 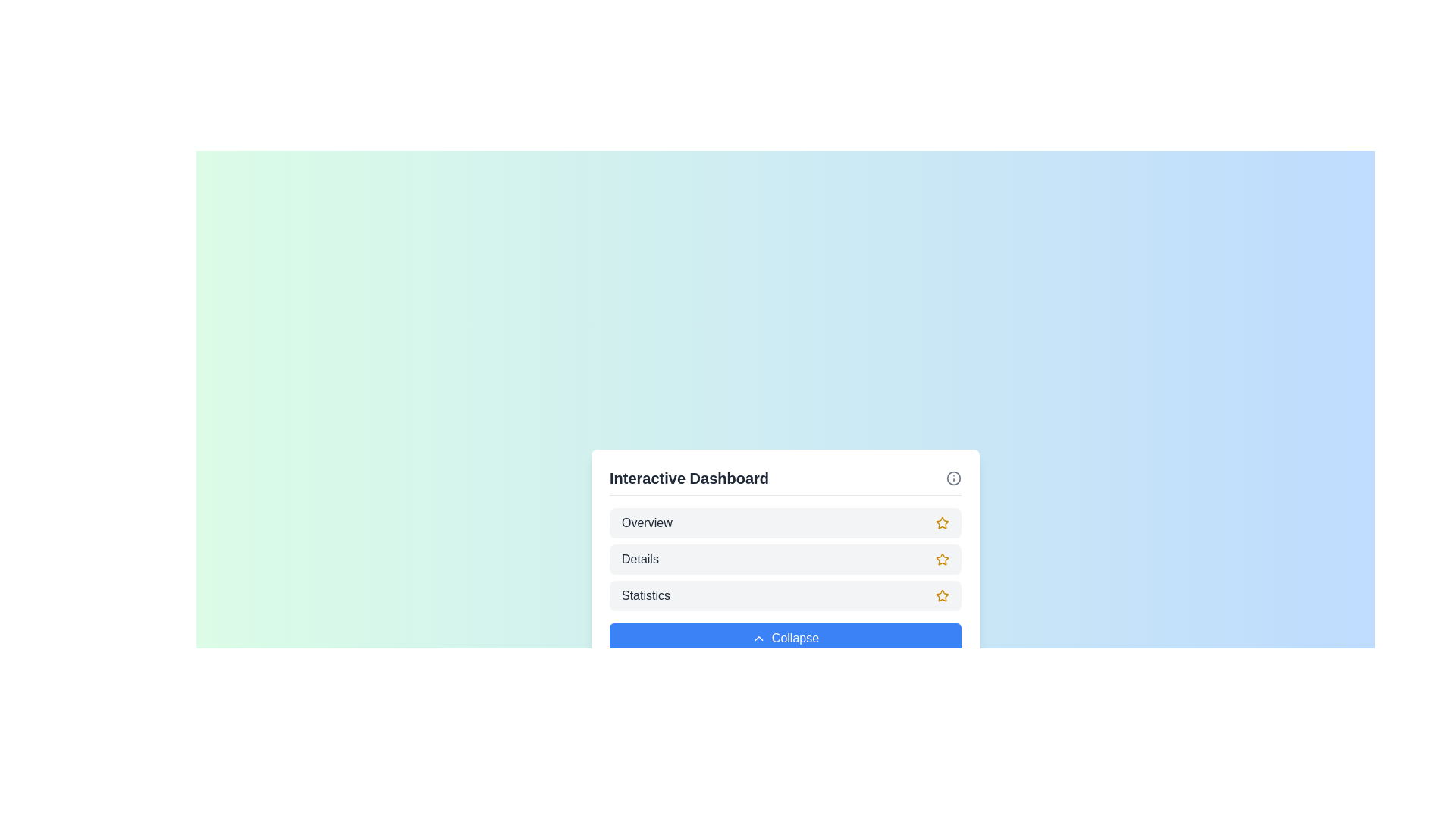 I want to click on the second star-shaped icon located on the right-hand side of the 'Details' list item, so click(x=942, y=559).